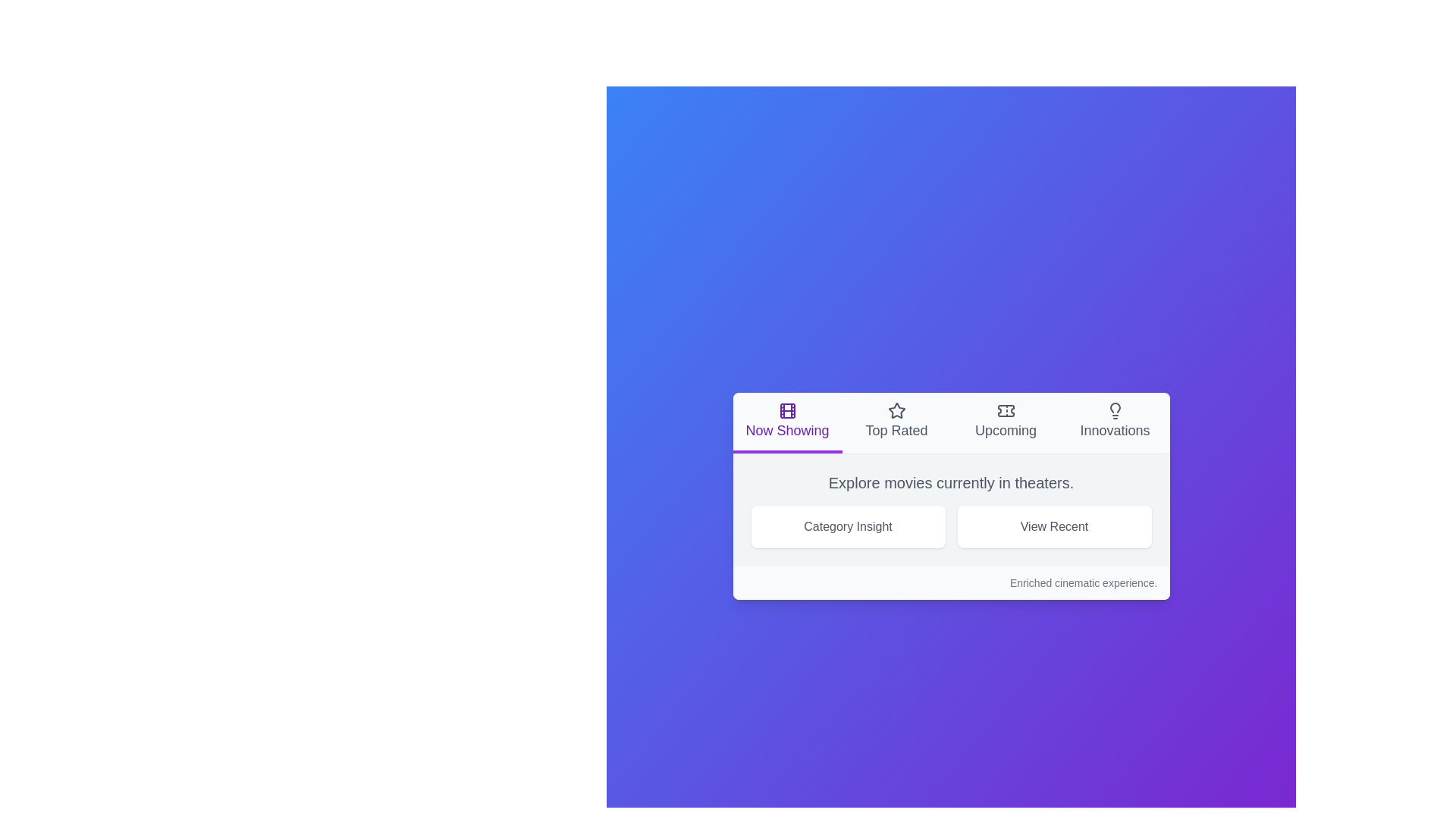 This screenshot has height=819, width=1456. I want to click on the navigation button labeled 'Upcoming' located in the horizontal navigation bar, positioned between the 'Top Rated' tab on the left and the 'Innovations' tab on the right, so click(1006, 422).